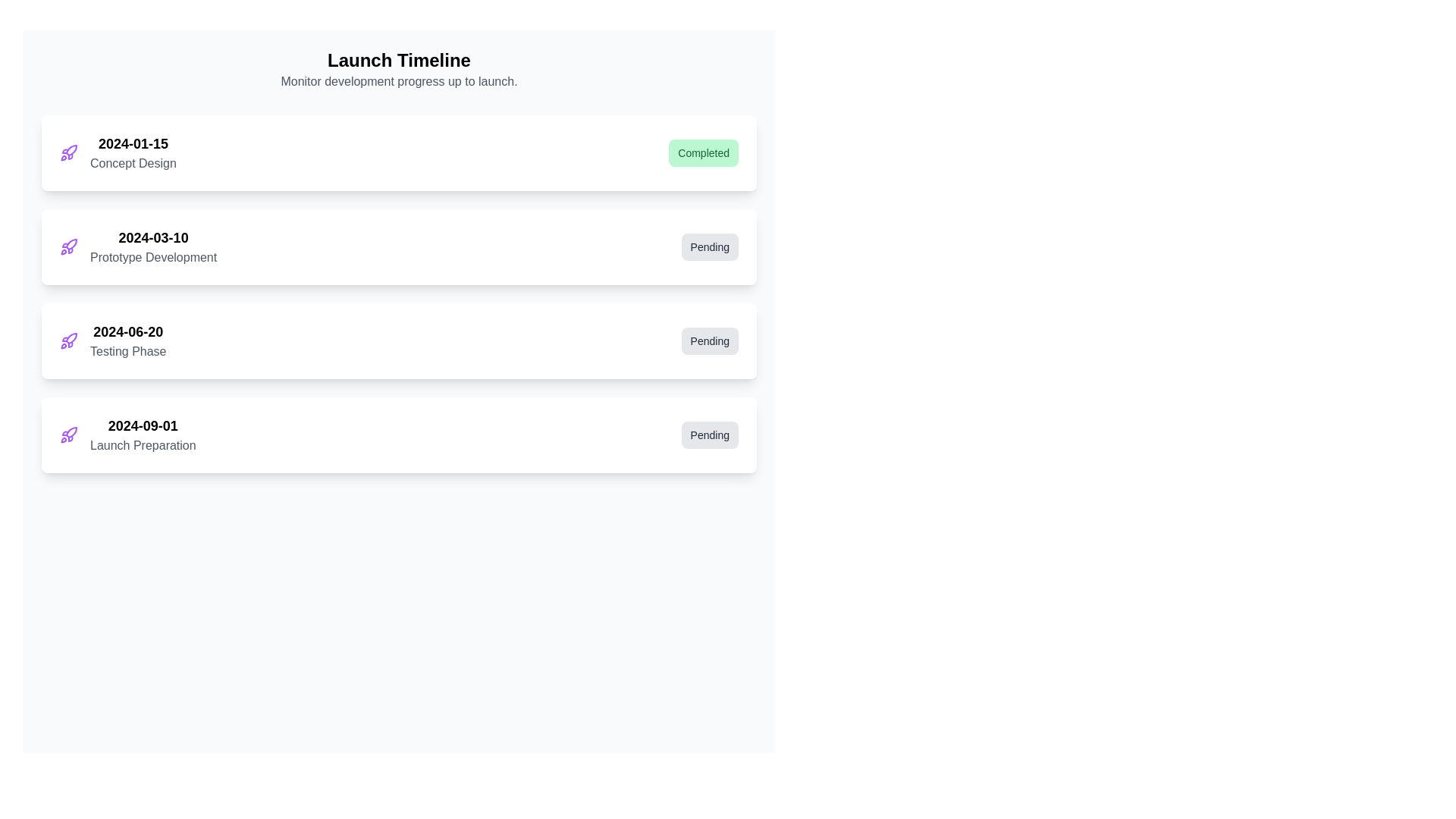 The image size is (1456, 819). What do you see at coordinates (68, 152) in the screenshot?
I see `the rocket icon representing the 'Concept Design' milestone in the timeline interface, positioned at the leftmost element of the first item in a vertical list` at bounding box center [68, 152].